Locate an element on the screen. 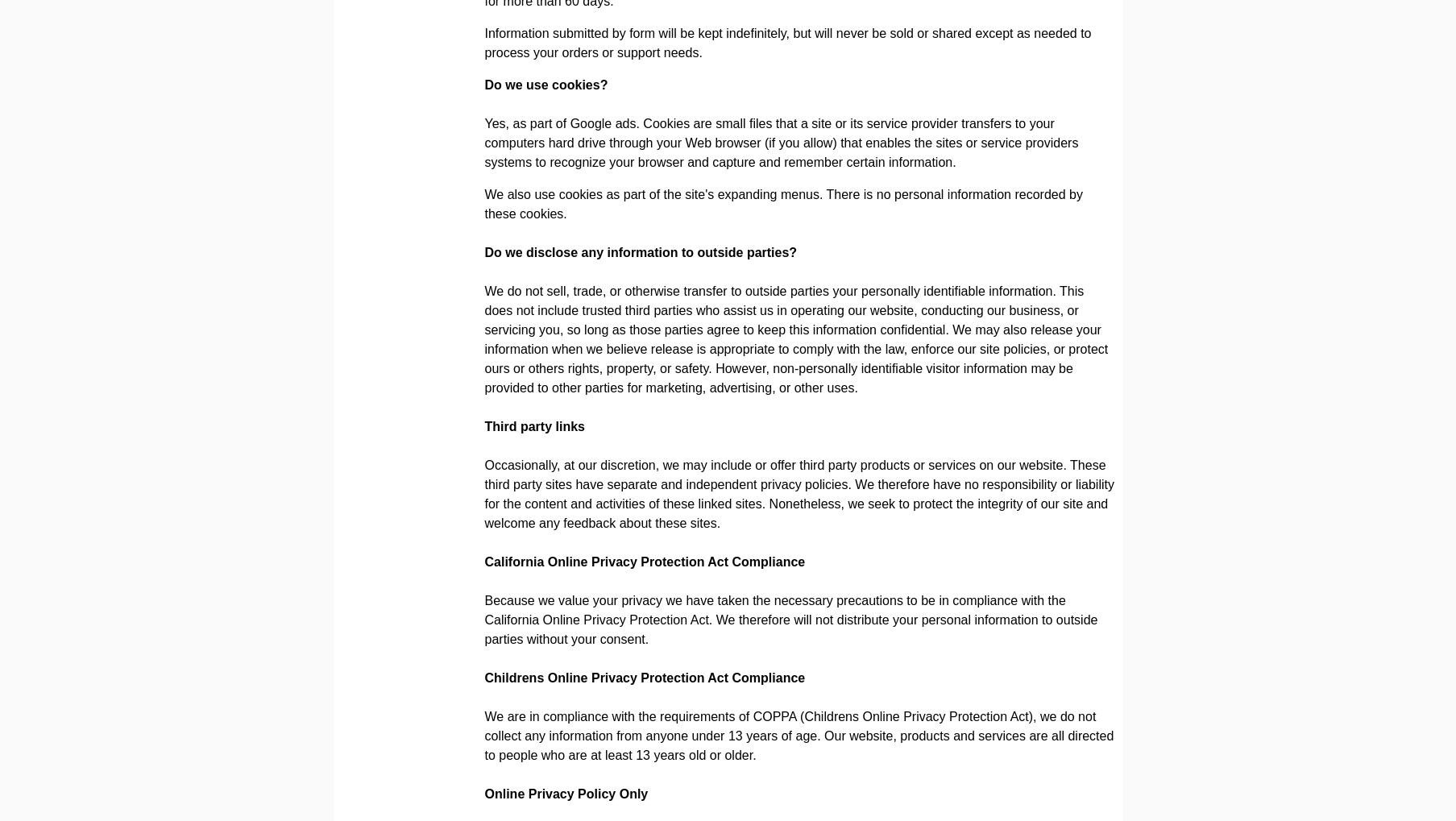 The width and height of the screenshot is (1456, 821). 'Occasionally, at our discretion, we may include or offer third party products or services on our website. These third party sites have separate and independent privacy policies. We therefore have no responsibility or liability for the content and activities of these linked sites. Nonetheless, we seek to protect the integrity of our site and welcome any feedback about these sites.' is located at coordinates (799, 494).